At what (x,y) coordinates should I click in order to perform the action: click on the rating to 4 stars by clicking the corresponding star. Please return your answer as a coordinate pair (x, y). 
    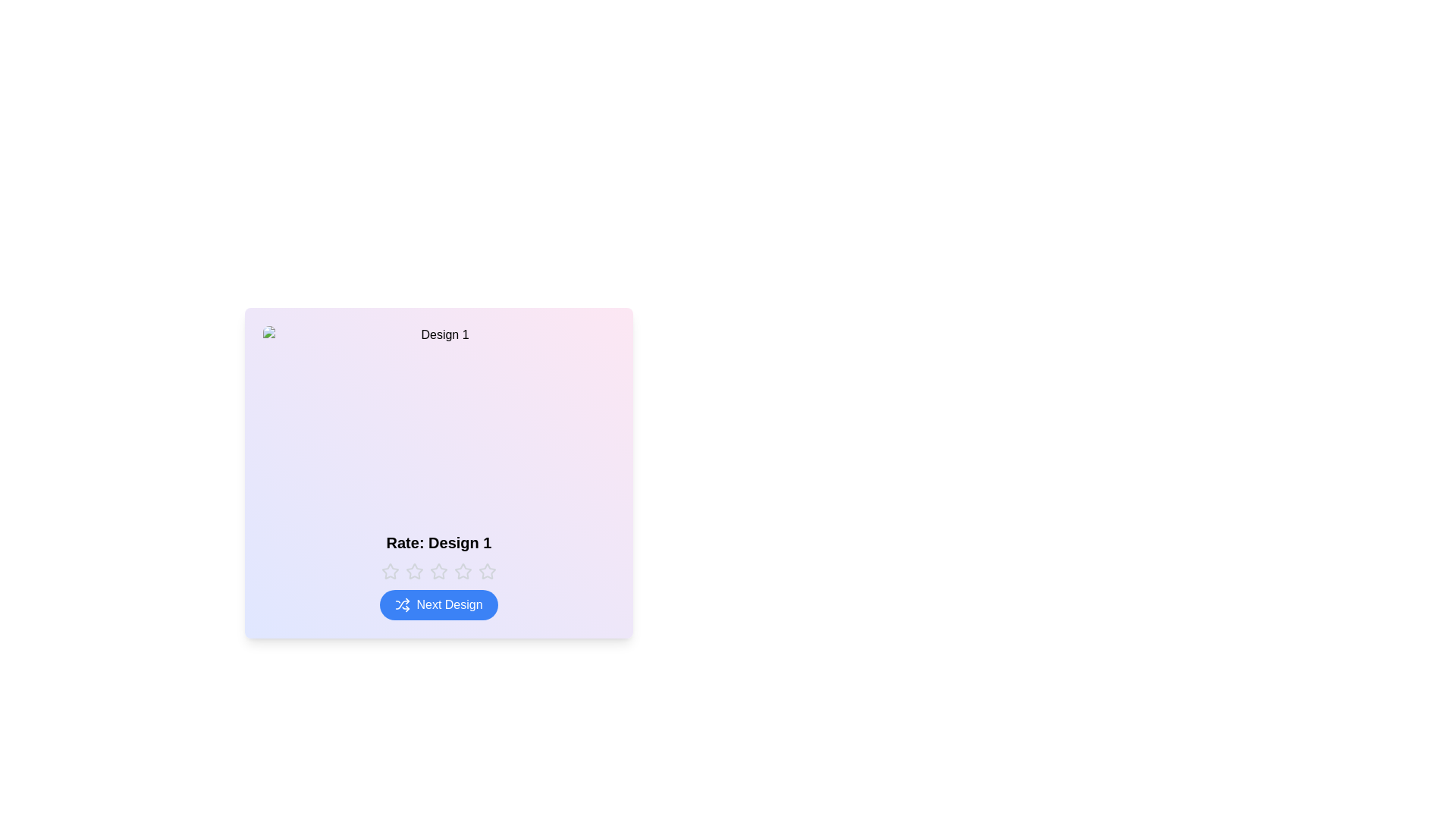
    Looking at the image, I should click on (462, 571).